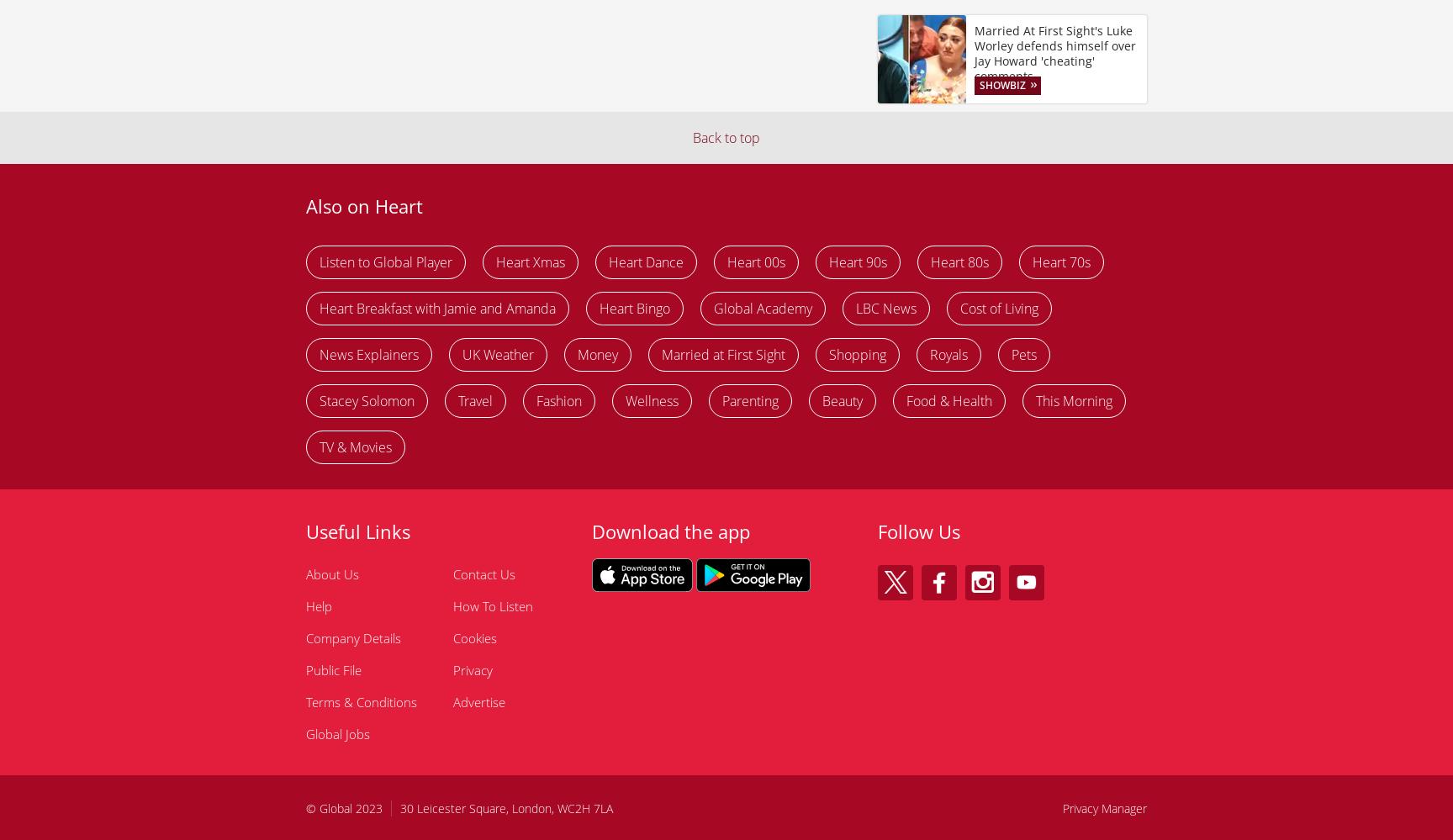  Describe the element at coordinates (352, 637) in the screenshot. I see `'Company Details'` at that location.